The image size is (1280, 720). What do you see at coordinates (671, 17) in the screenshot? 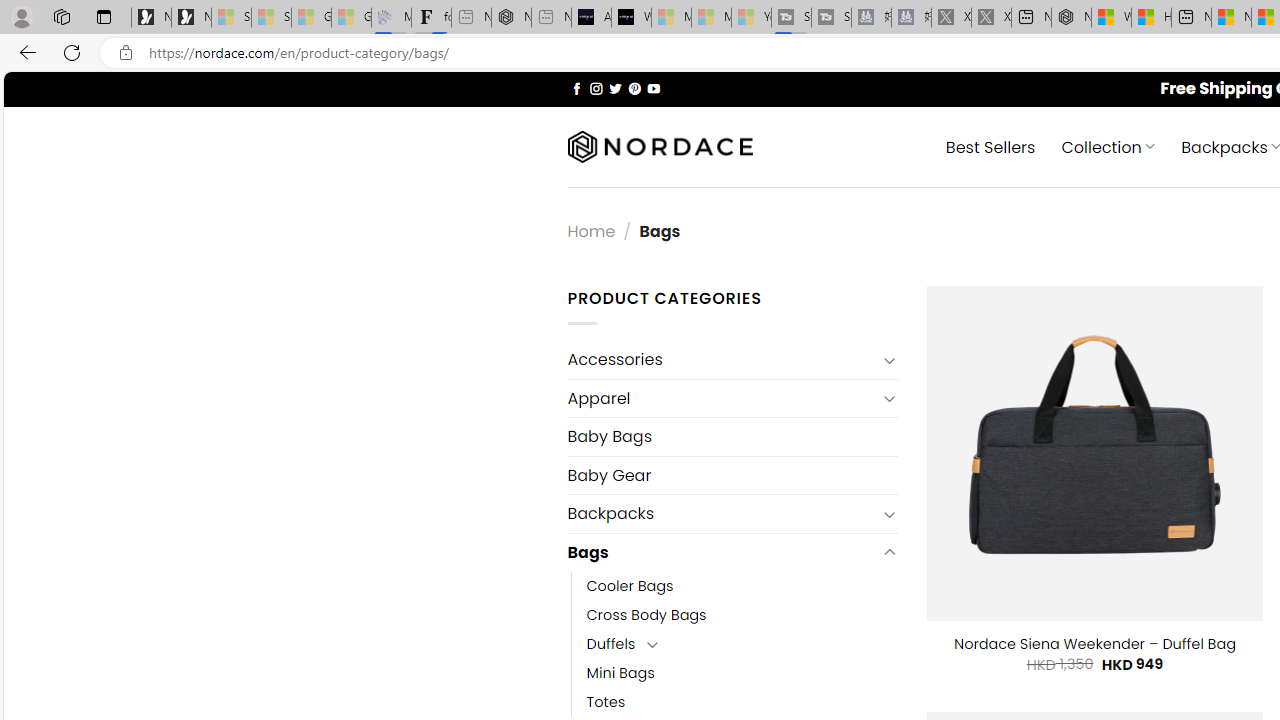
I see `'Microsoft Start Sports - Sleeping'` at bounding box center [671, 17].